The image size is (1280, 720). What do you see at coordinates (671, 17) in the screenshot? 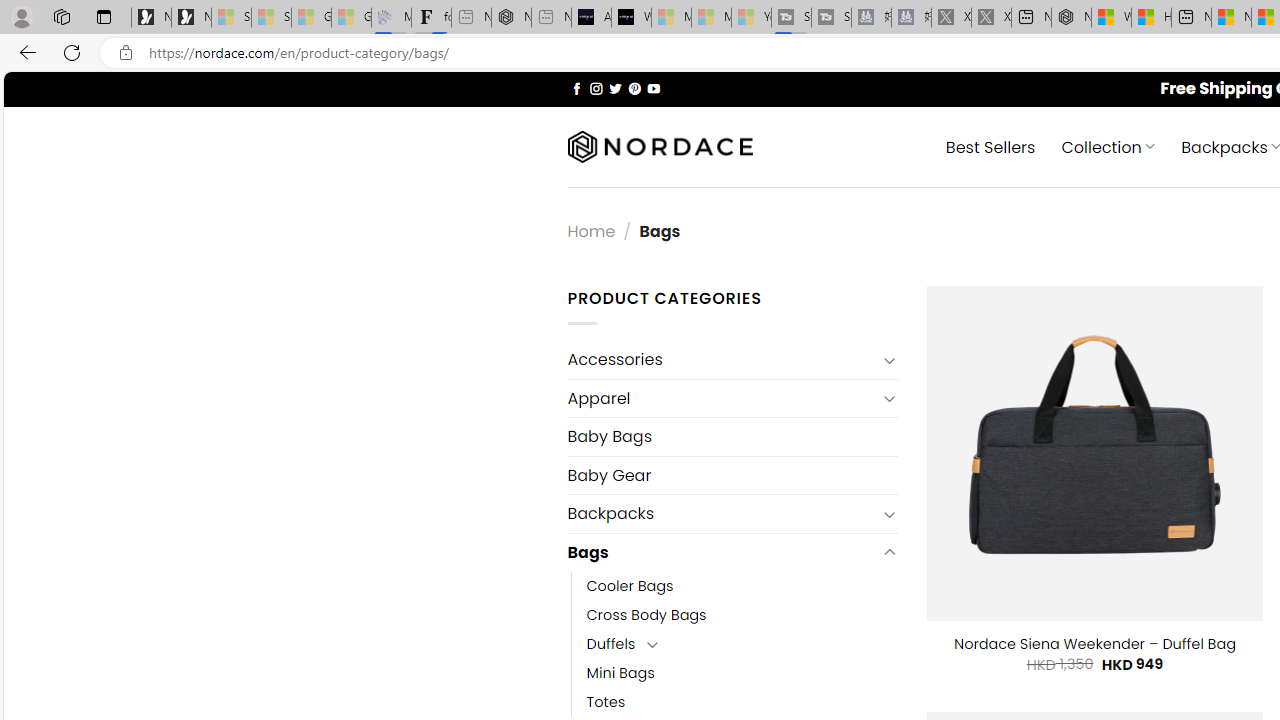
I see `'Microsoft Start Sports - Sleeping'` at bounding box center [671, 17].